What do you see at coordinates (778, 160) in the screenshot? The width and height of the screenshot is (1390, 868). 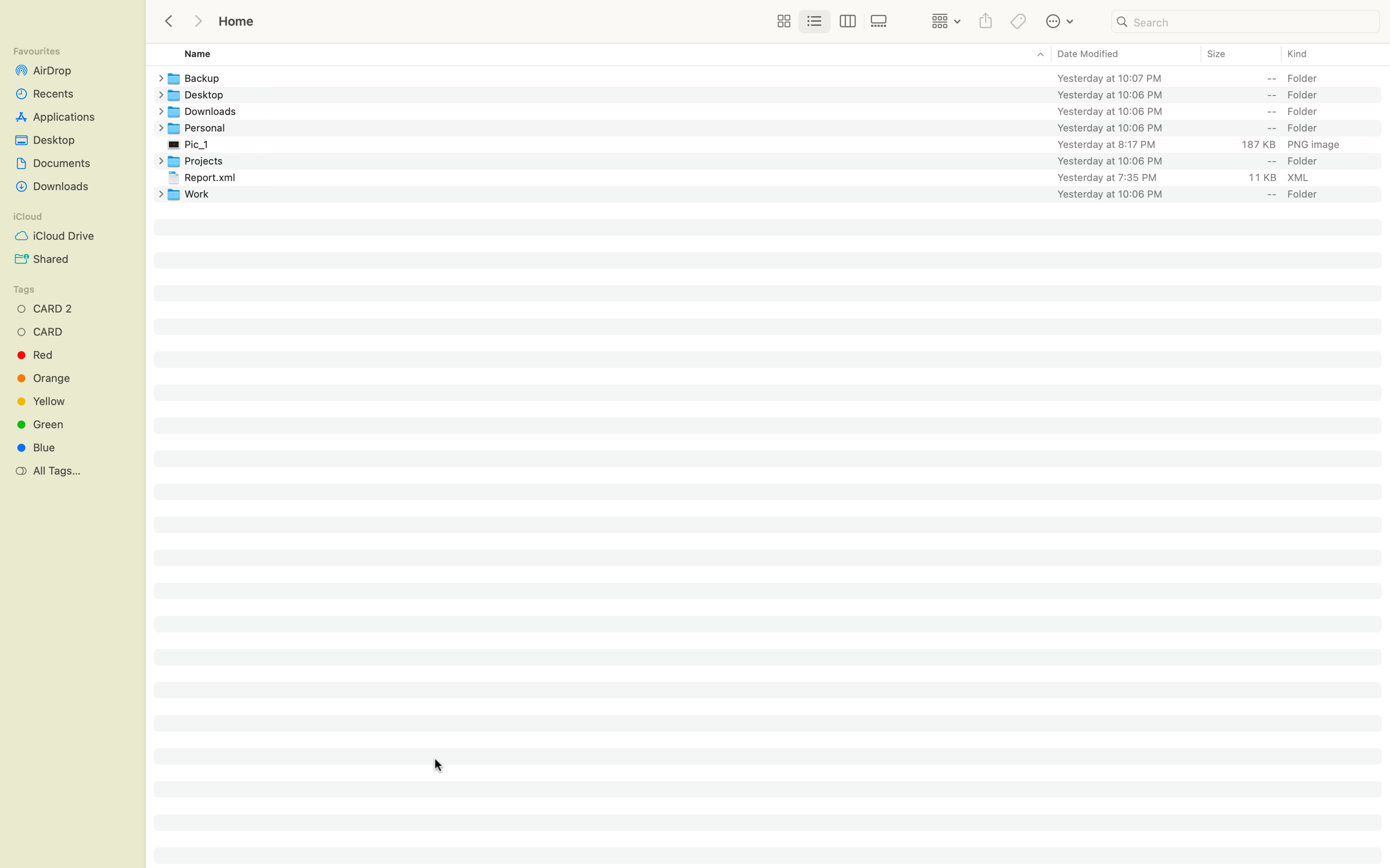 I see `the "Projects" folder title to "My Projects"` at bounding box center [778, 160].